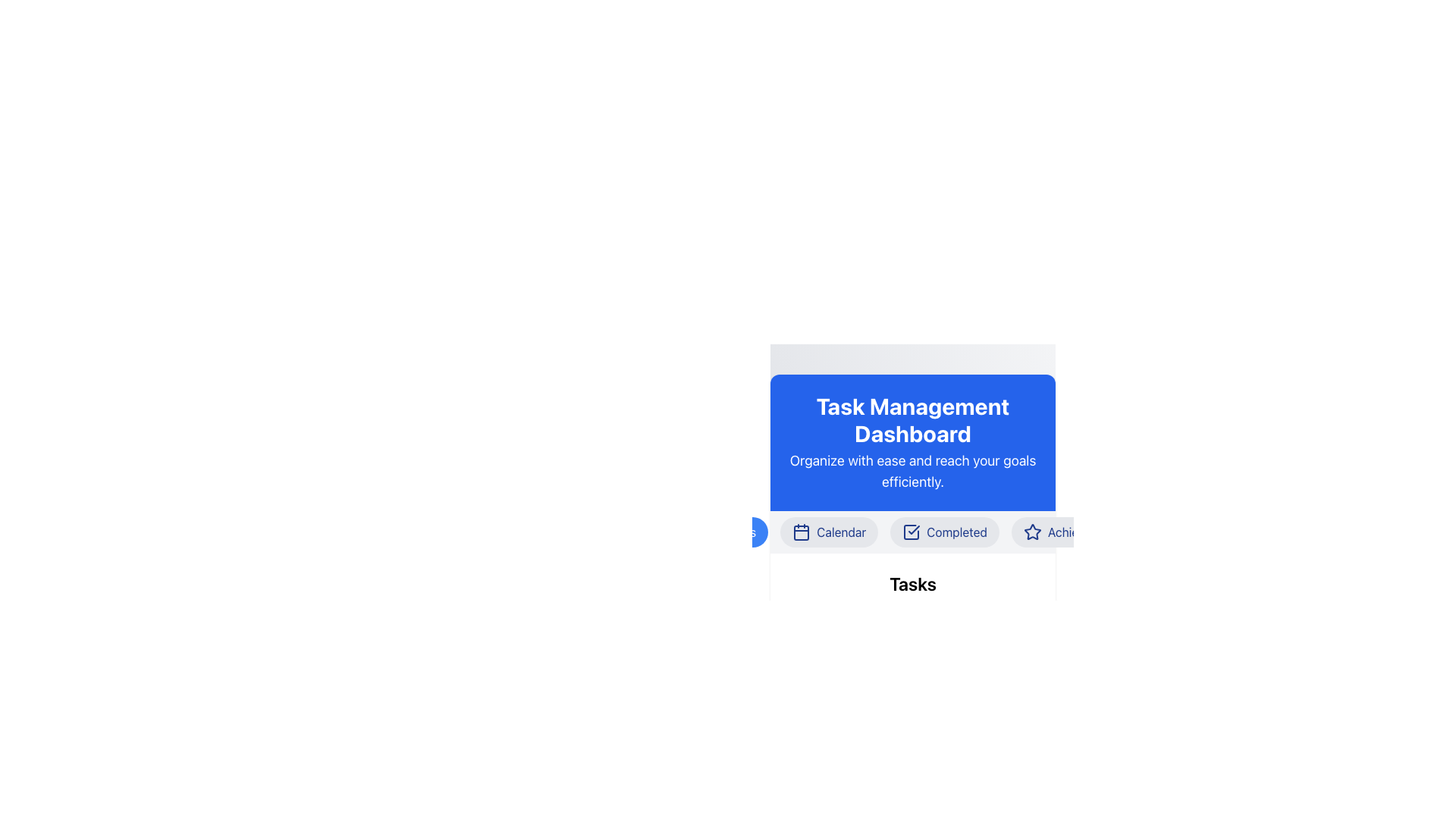  I want to click on the static text label located near the bottom of the central widget, which serves as a title for task management, so click(912, 583).